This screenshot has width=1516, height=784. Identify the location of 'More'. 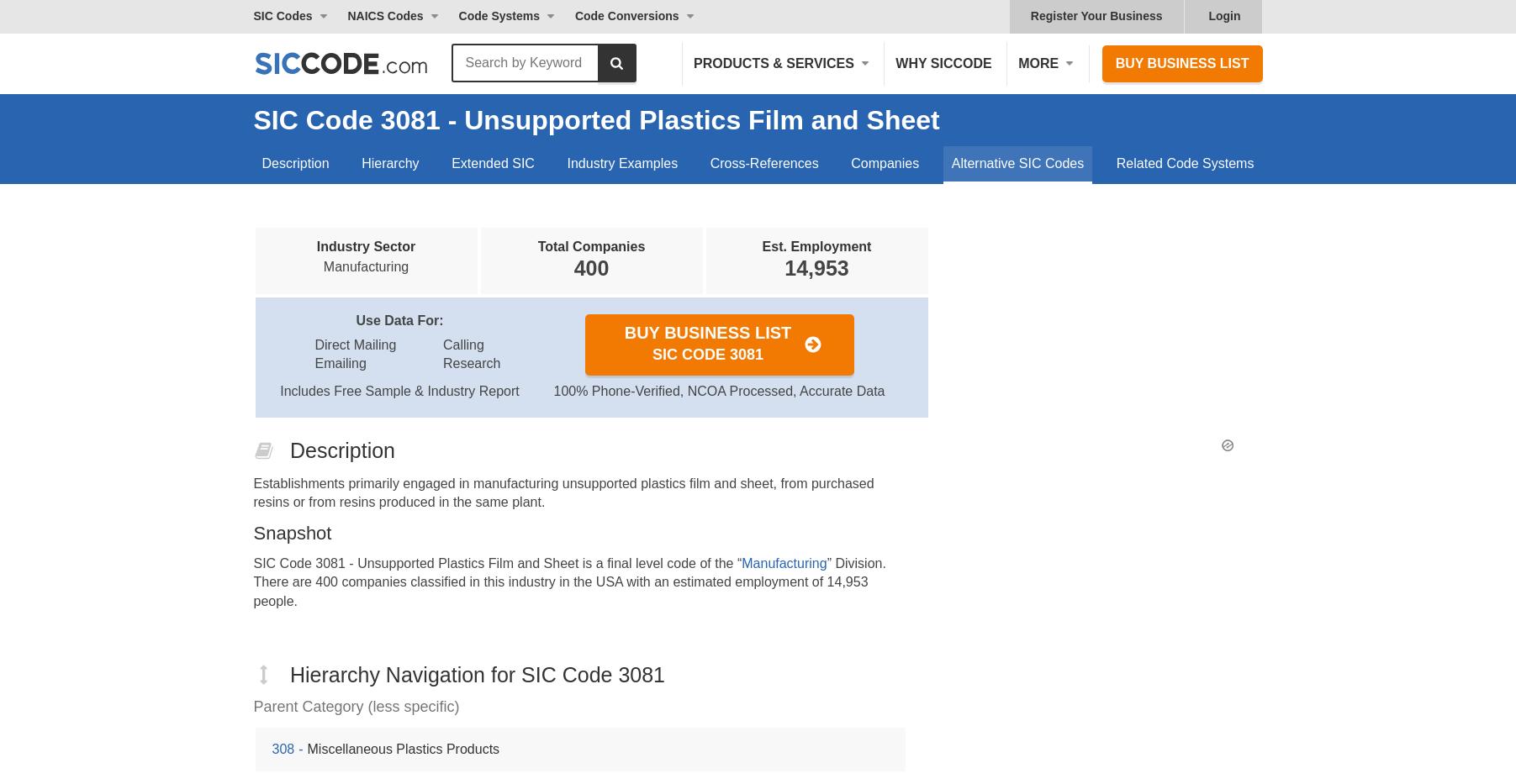
(1038, 62).